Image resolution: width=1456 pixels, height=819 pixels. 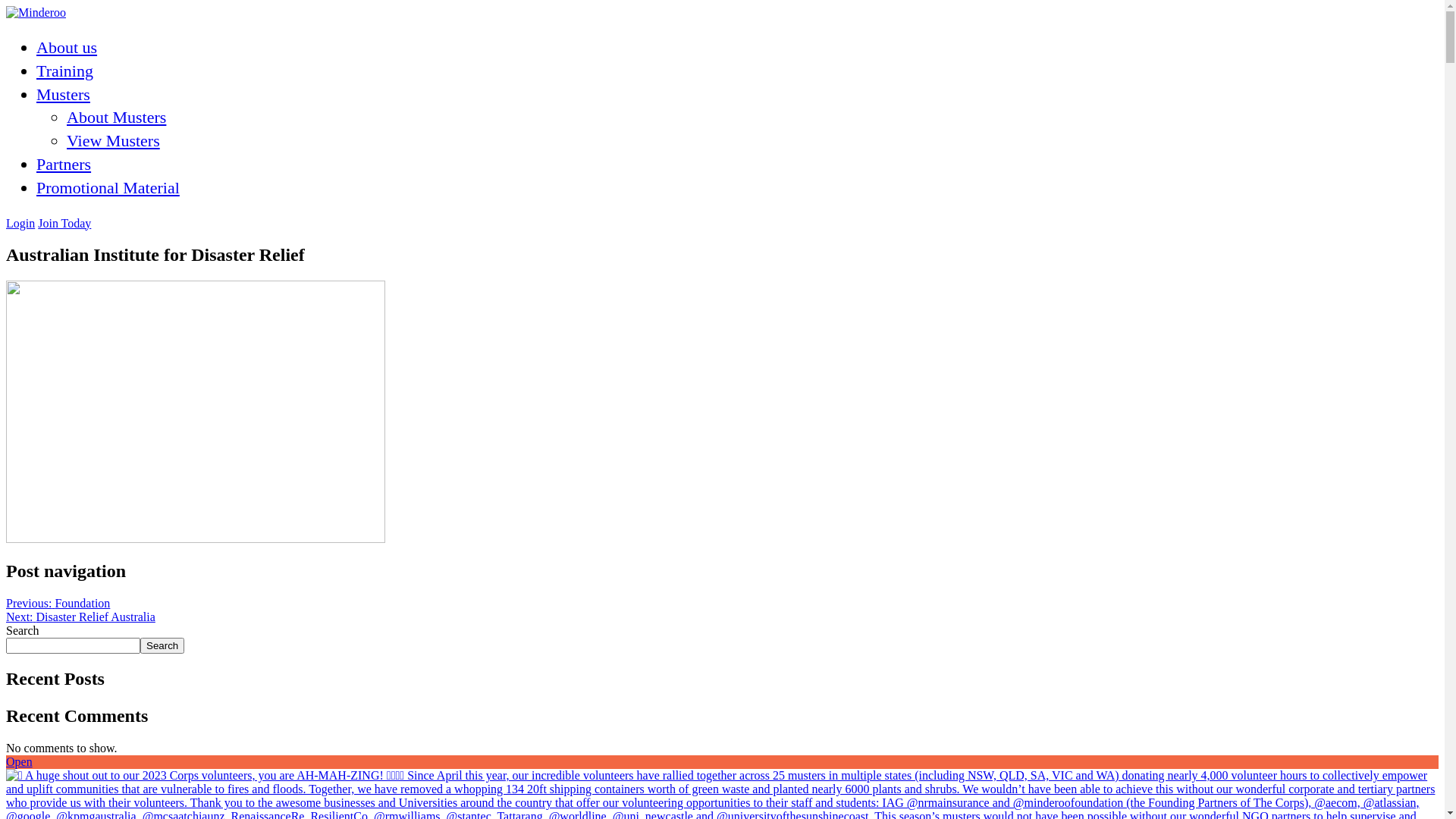 I want to click on 'Previous: Foundation', so click(x=58, y=602).